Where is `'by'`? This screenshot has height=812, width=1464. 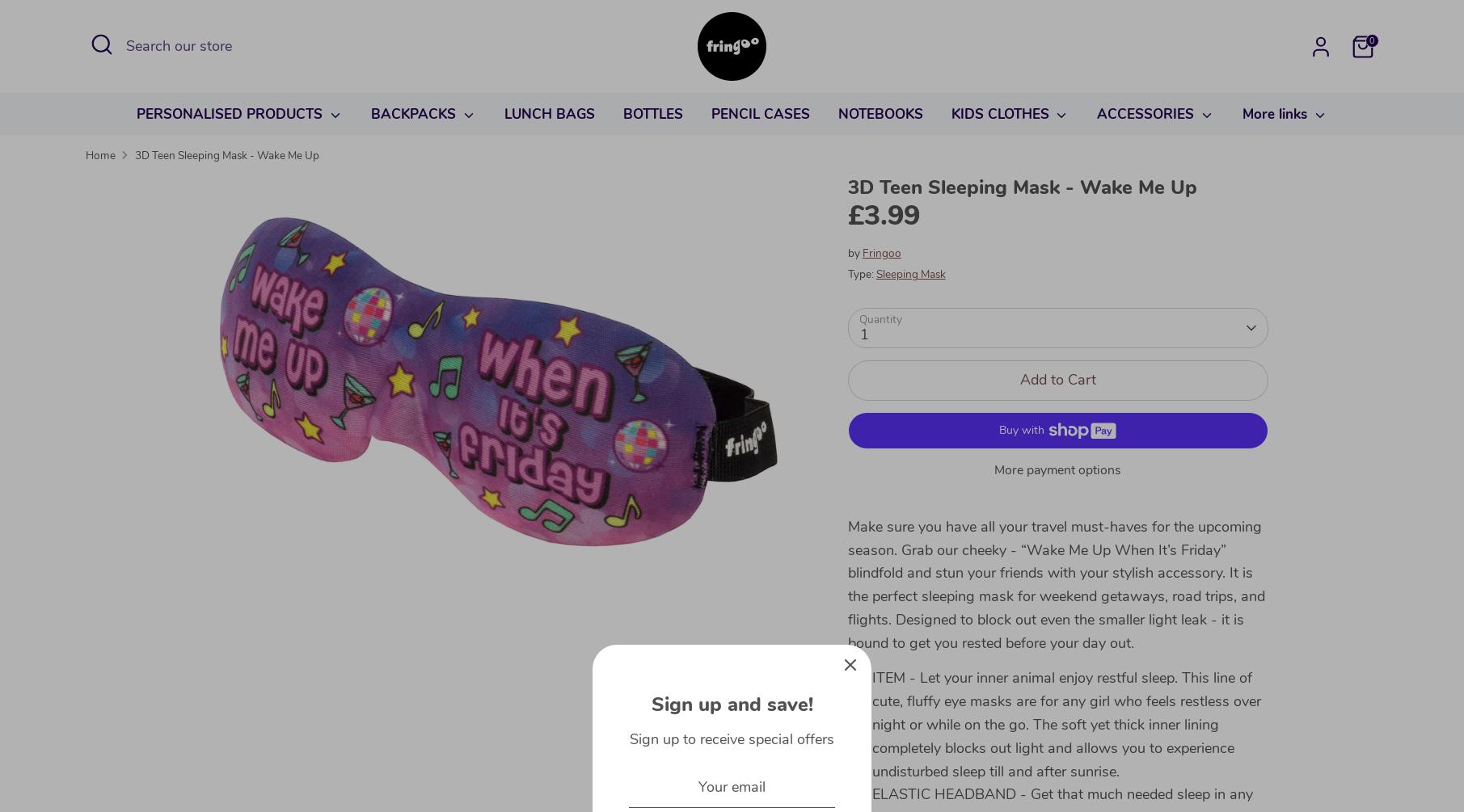 'by' is located at coordinates (854, 251).